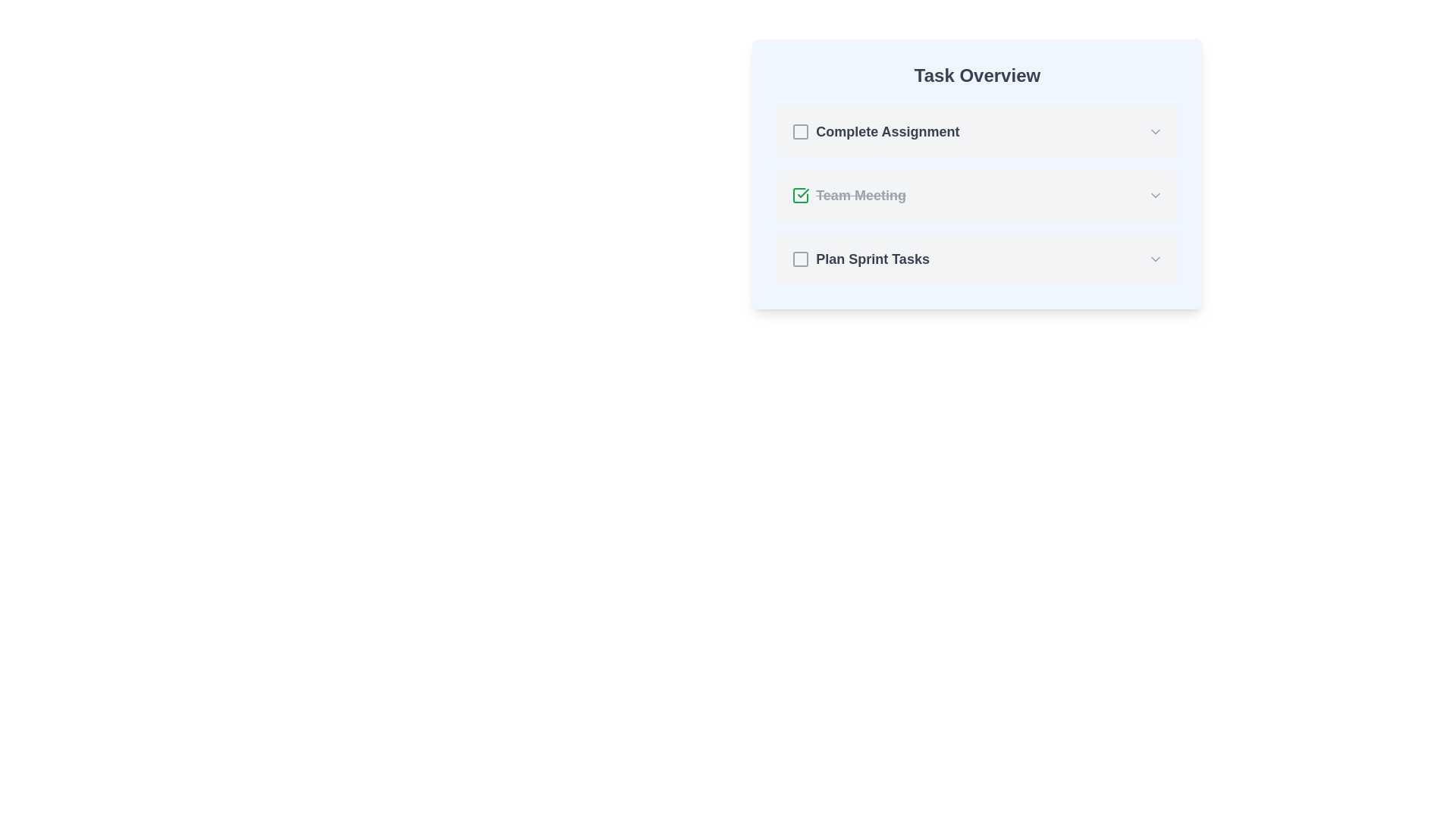 The width and height of the screenshot is (1456, 819). Describe the element at coordinates (800, 259) in the screenshot. I see `the unchecked checkbox for the 'Plan Sprint Tasks' task in the 'Task Overview' box` at that location.